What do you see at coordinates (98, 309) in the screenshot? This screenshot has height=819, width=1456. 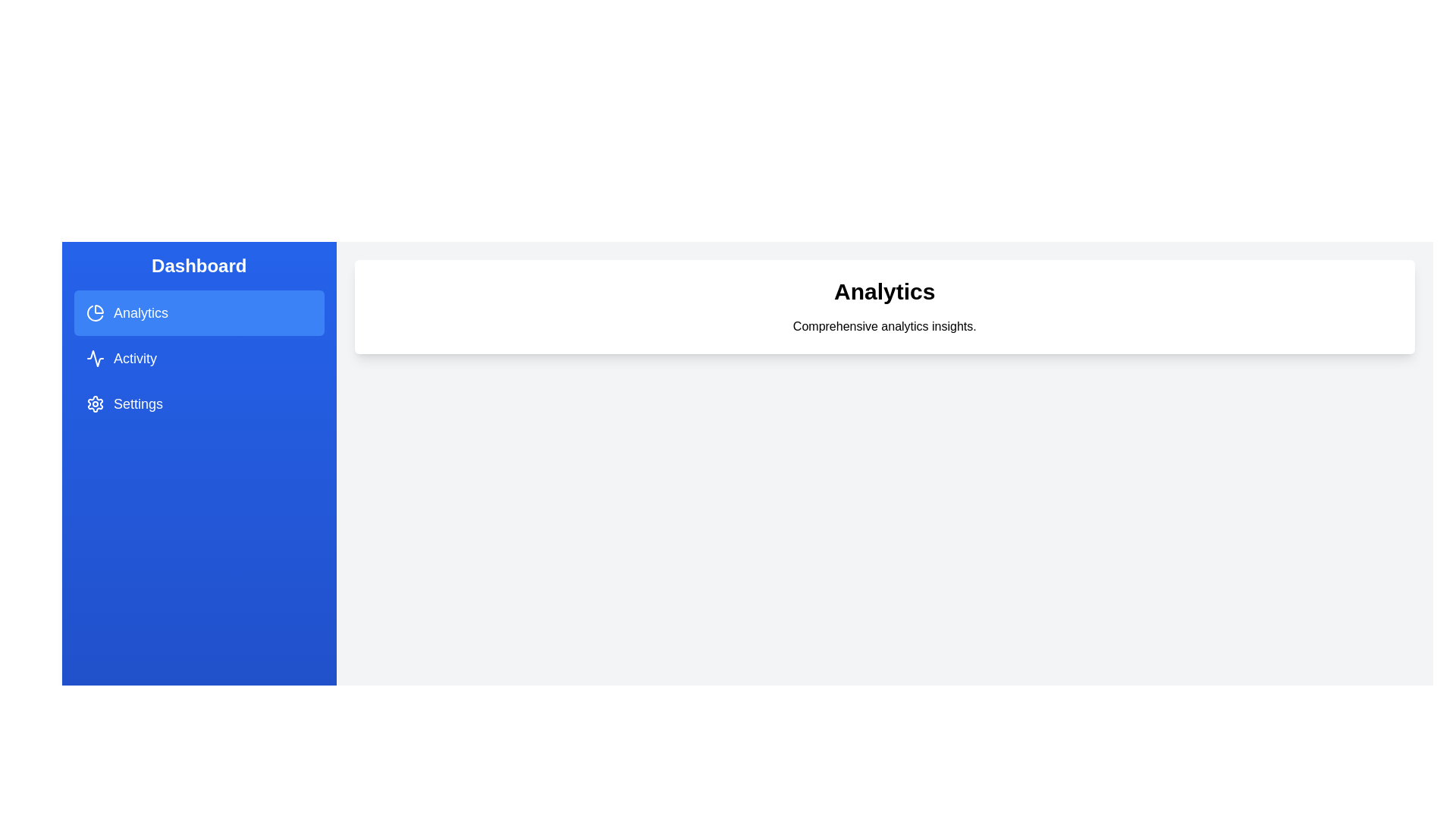 I see `the upper-right arc component of the pie-chart-like icon in the sidebar menu, located next to the 'Analytics' text` at bounding box center [98, 309].